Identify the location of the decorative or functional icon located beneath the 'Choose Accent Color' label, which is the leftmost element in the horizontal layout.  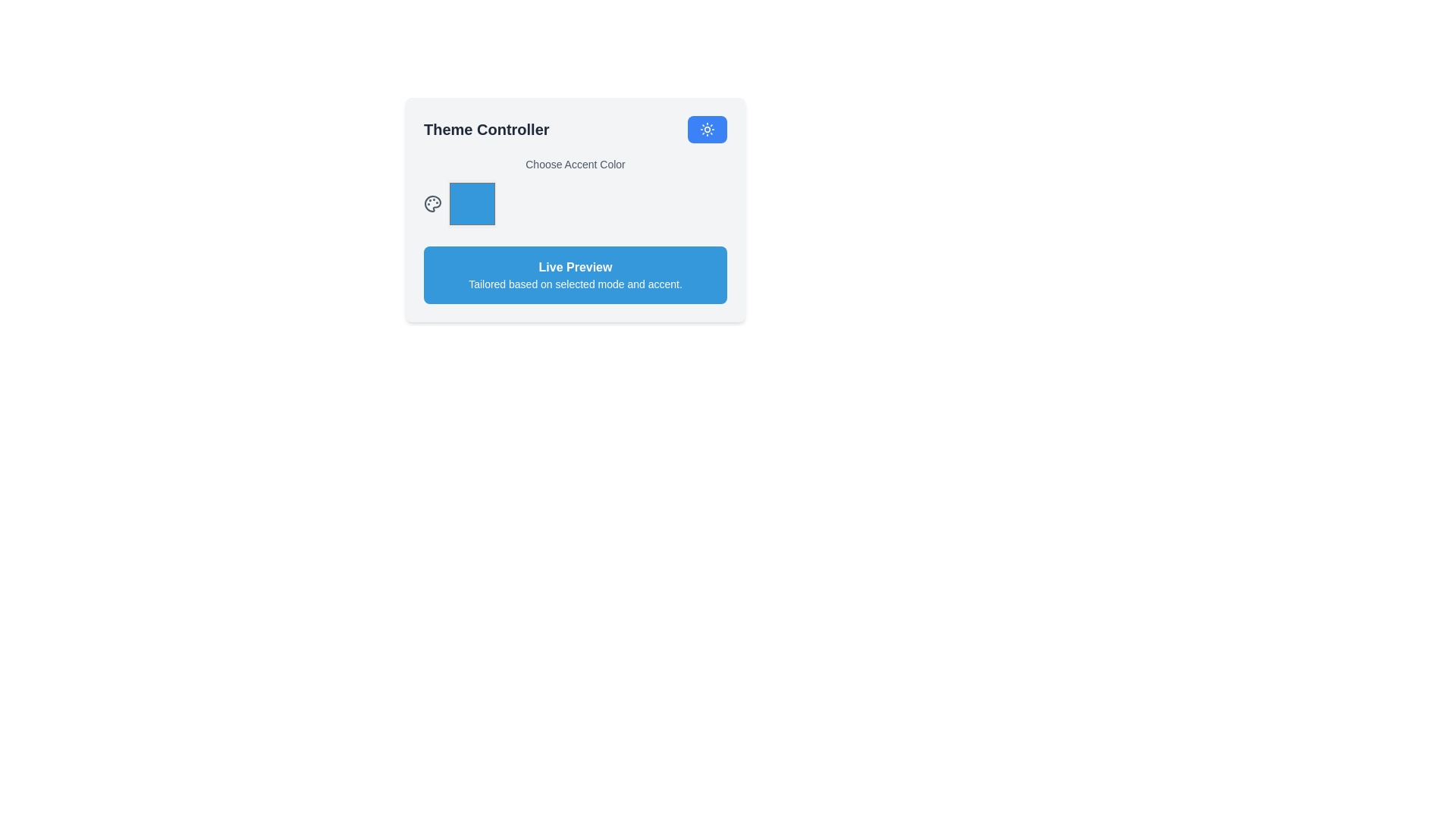
(432, 203).